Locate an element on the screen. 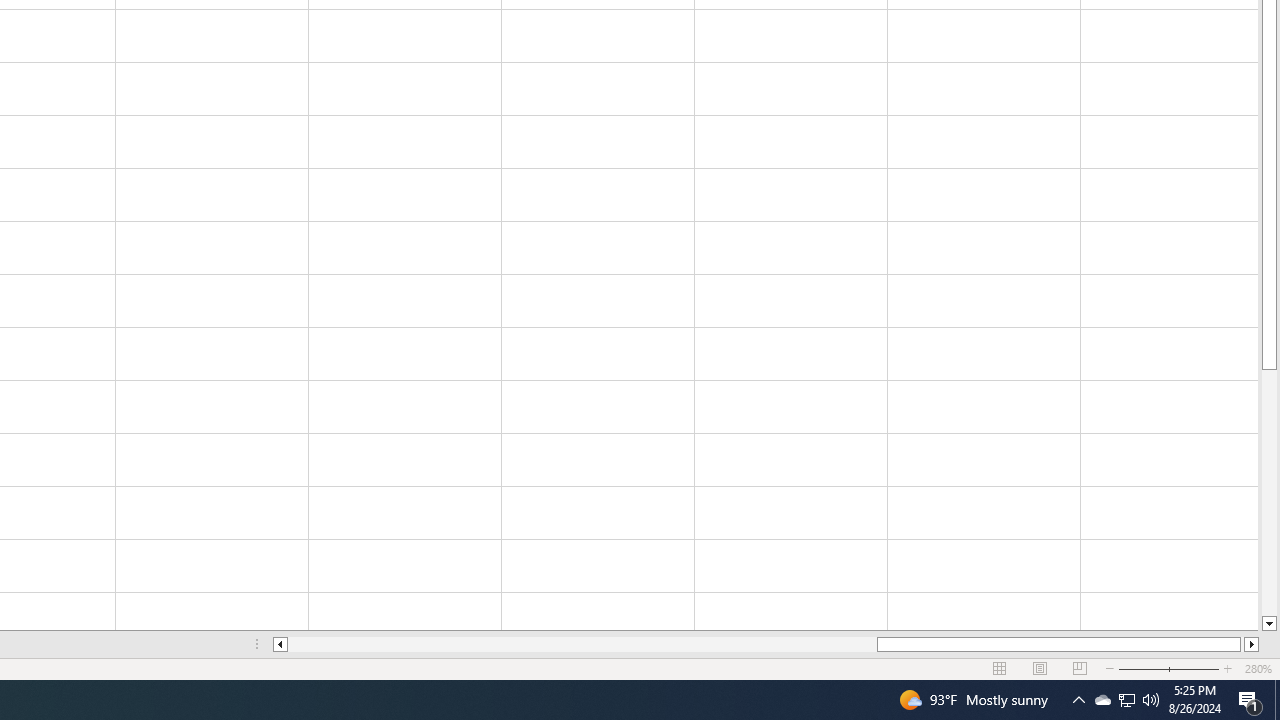  'Zoom Out' is located at coordinates (1157, 669).